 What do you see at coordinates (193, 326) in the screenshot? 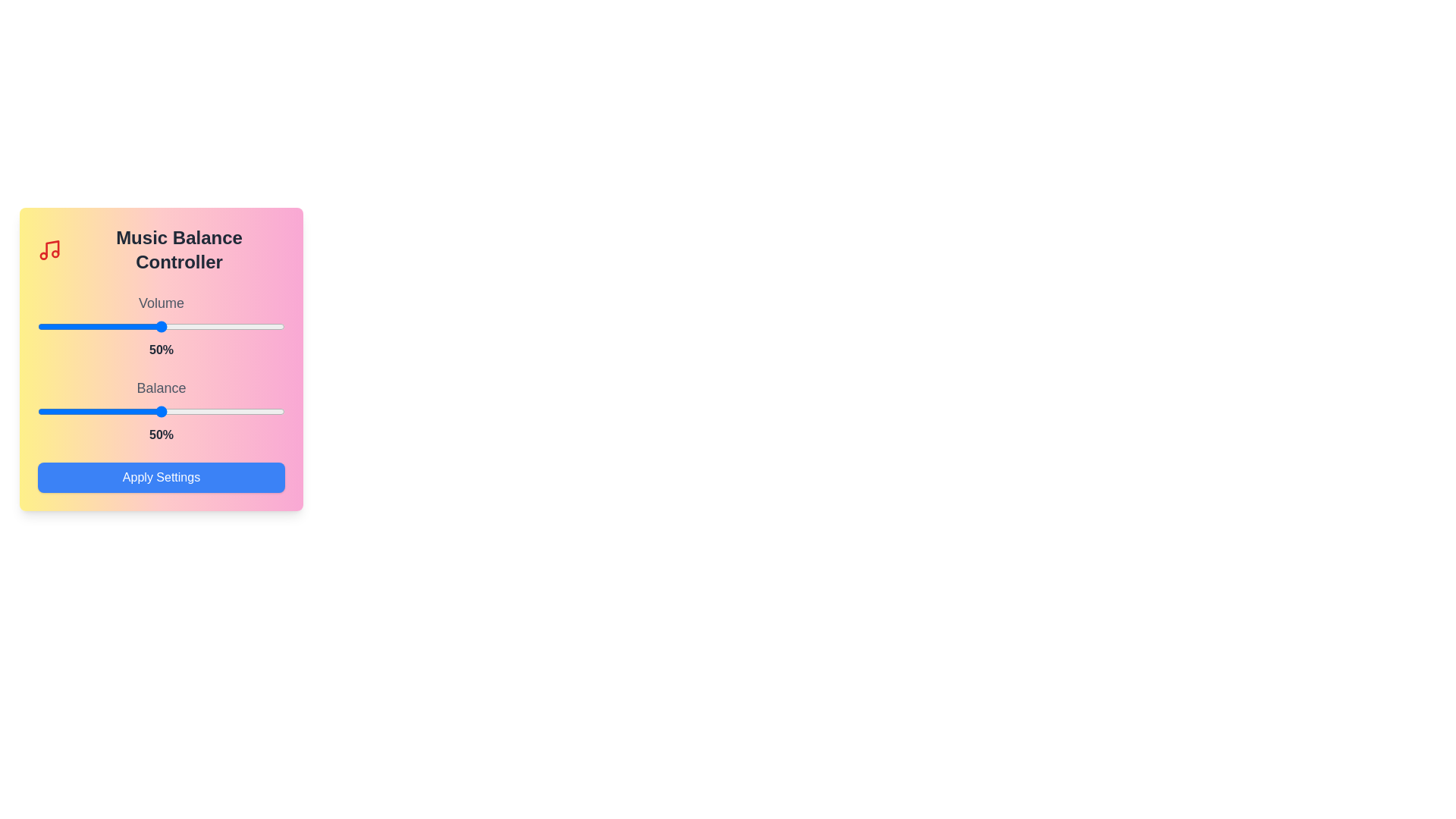
I see `the volume slider to set the volume to 63%` at bounding box center [193, 326].